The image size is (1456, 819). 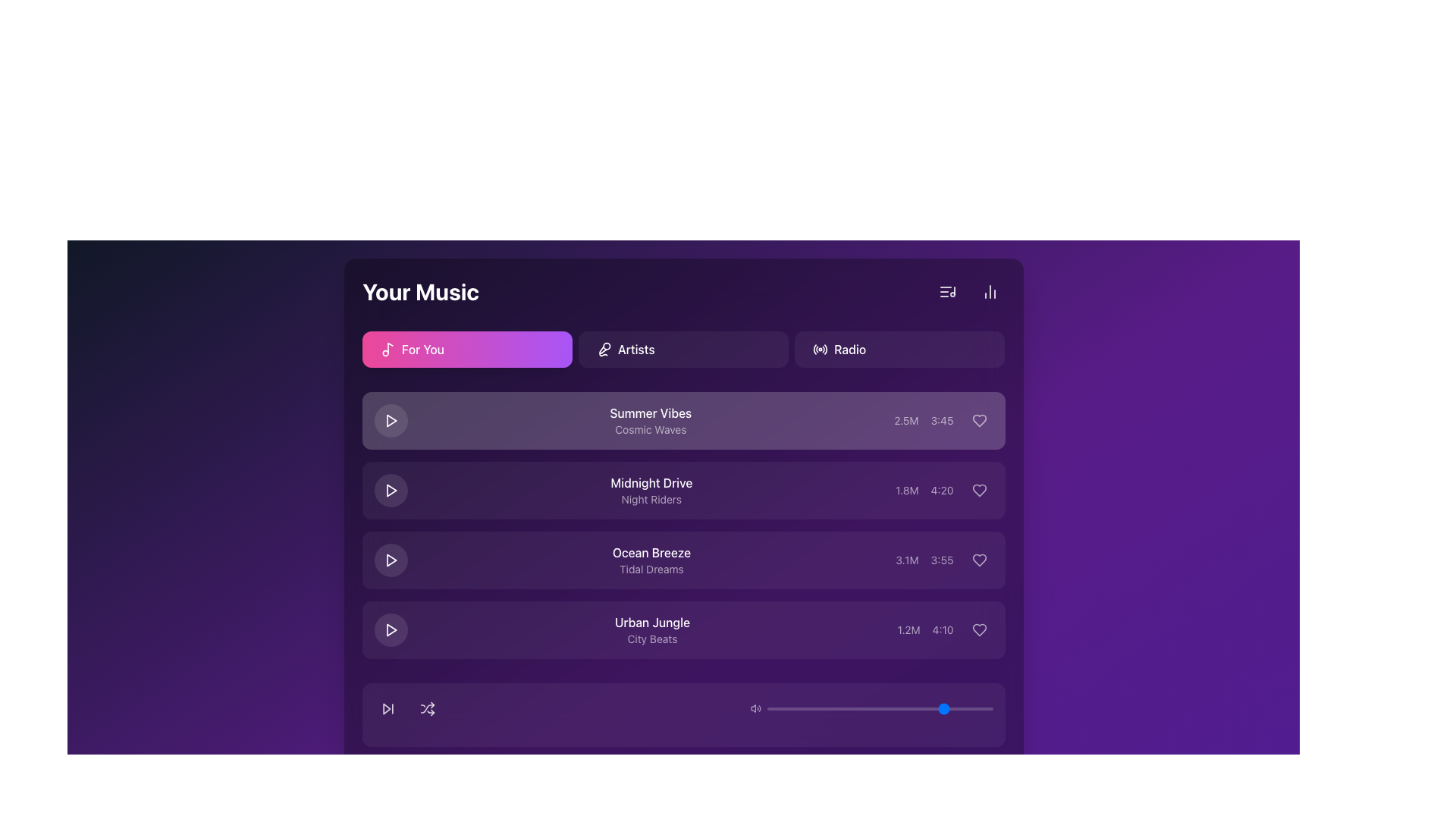 What do you see at coordinates (899, 350) in the screenshot?
I see `the 'Radio' button with a dark purple background and a light hover effect, located in the upper-right corner of the navigation bar` at bounding box center [899, 350].